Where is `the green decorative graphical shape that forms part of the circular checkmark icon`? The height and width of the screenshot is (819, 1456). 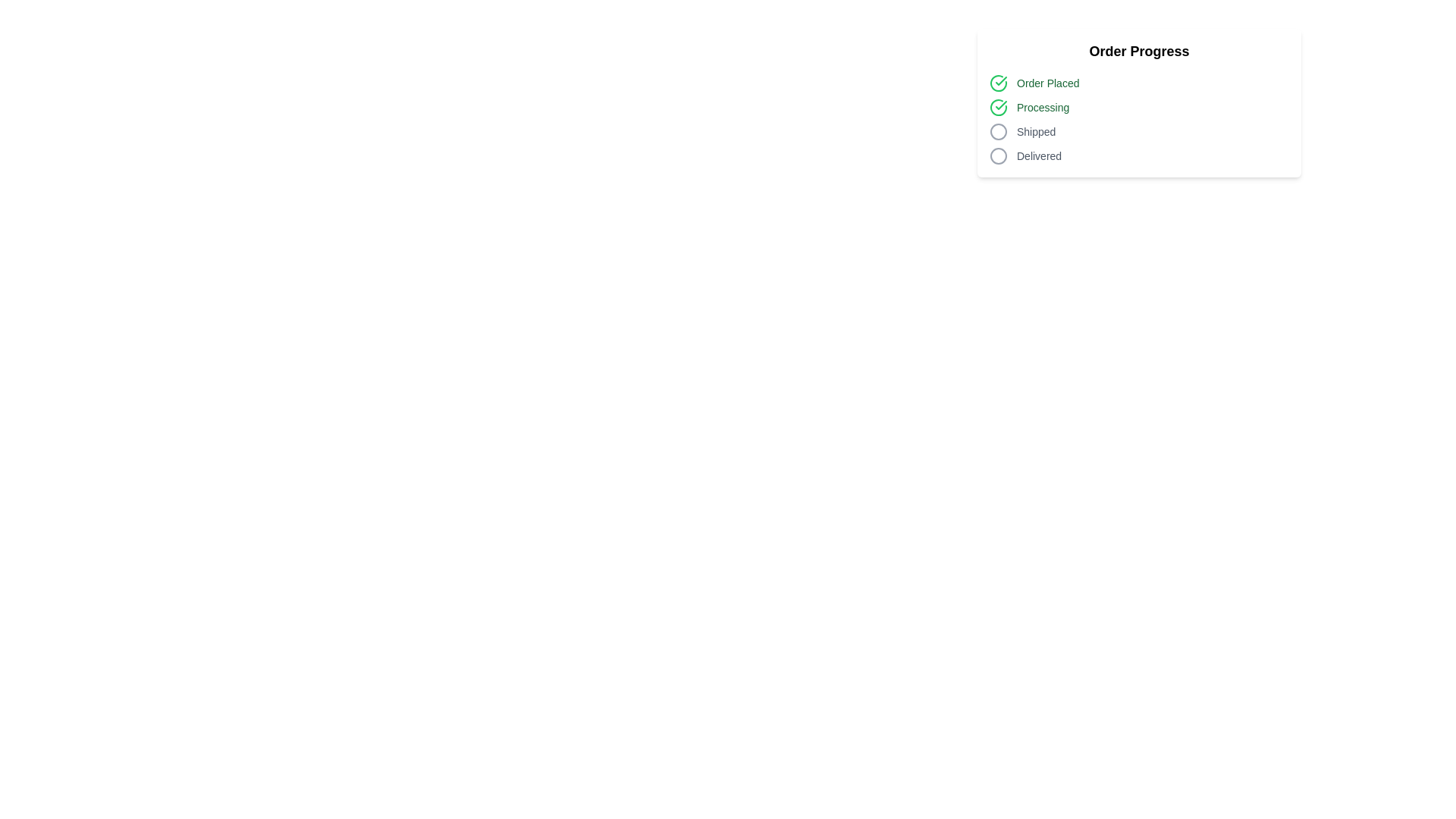 the green decorative graphical shape that forms part of the circular checkmark icon is located at coordinates (998, 107).